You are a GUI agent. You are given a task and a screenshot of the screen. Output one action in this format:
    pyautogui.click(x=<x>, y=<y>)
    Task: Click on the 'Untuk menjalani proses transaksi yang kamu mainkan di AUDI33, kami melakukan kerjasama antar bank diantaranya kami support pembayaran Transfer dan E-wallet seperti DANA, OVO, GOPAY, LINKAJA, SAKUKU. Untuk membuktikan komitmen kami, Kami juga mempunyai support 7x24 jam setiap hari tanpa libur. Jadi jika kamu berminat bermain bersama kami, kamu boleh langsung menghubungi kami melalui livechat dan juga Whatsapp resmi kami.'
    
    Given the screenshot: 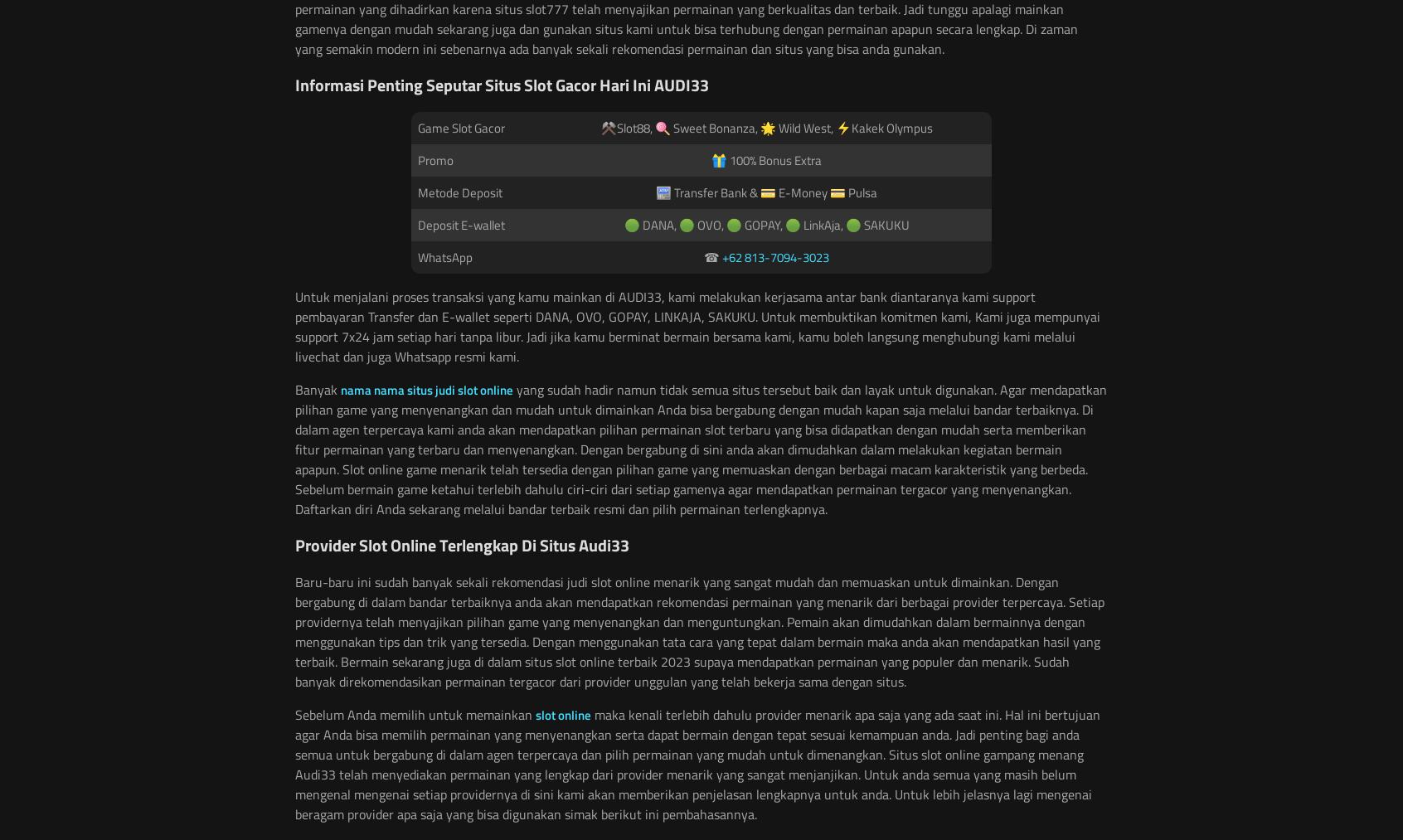 What is the action you would take?
    pyautogui.click(x=294, y=326)
    